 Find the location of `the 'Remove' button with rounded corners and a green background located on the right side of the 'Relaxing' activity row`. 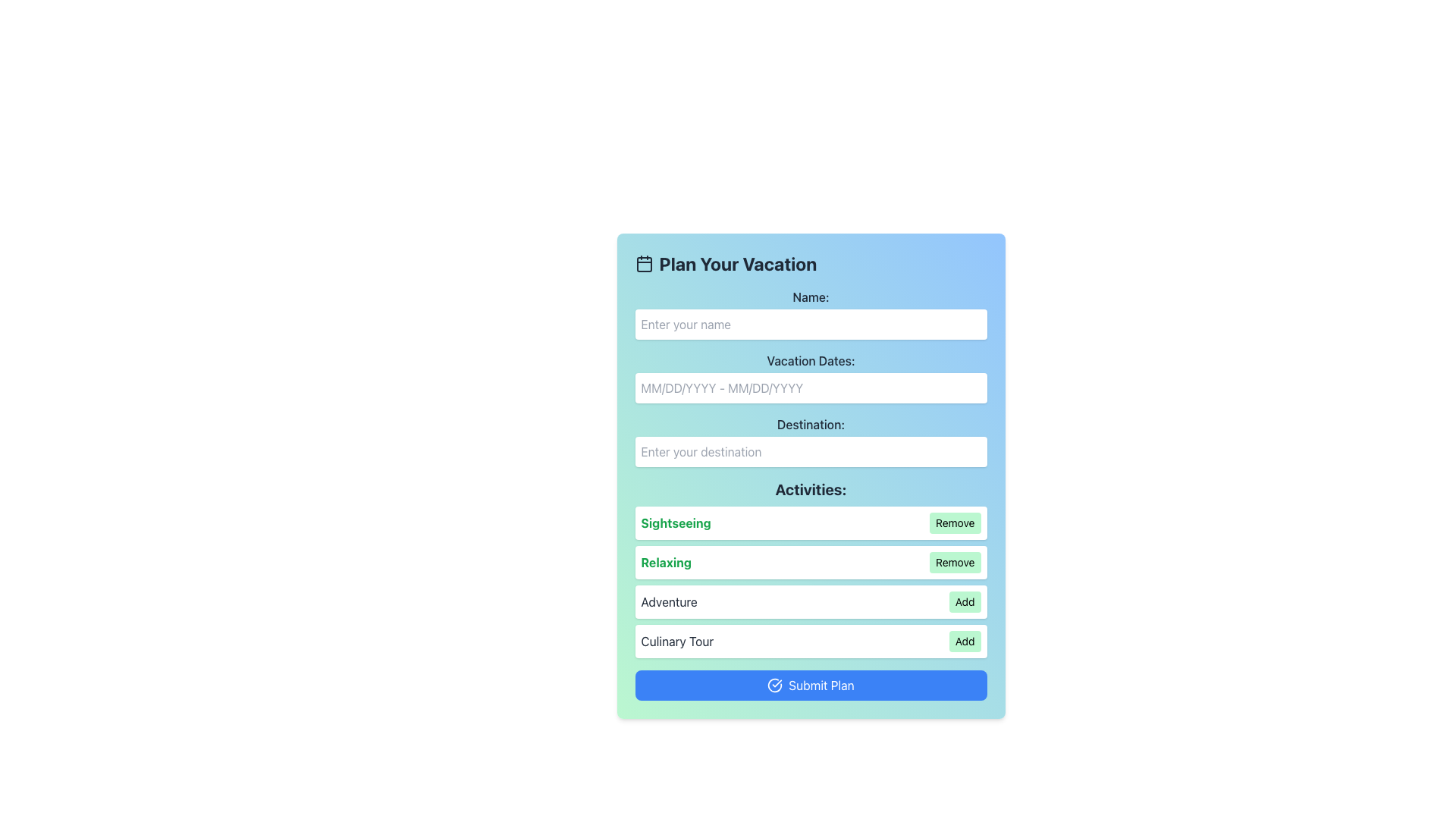

the 'Remove' button with rounded corners and a green background located on the right side of the 'Relaxing' activity row is located at coordinates (953, 562).